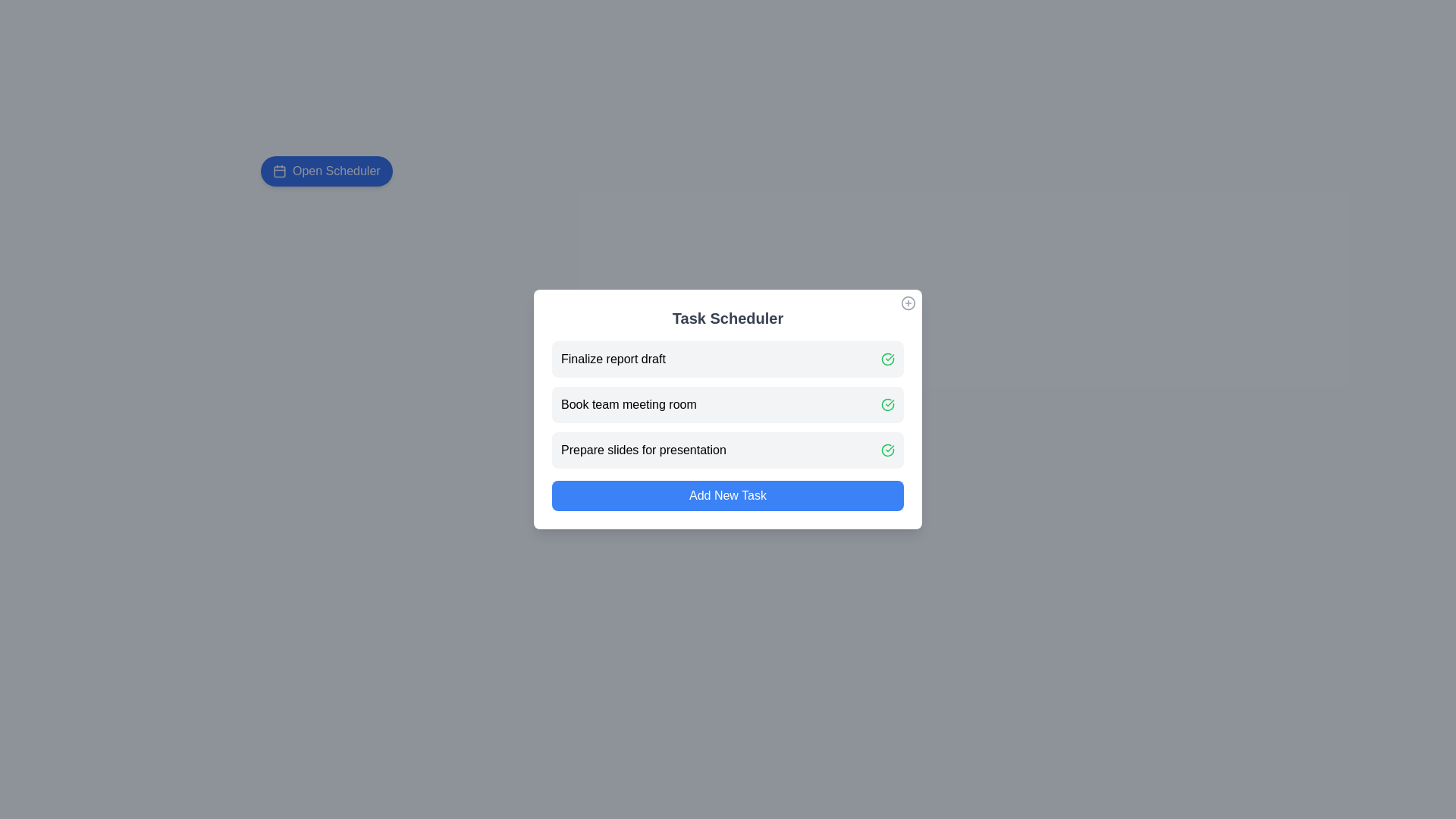 Image resolution: width=1456 pixels, height=819 pixels. What do you see at coordinates (644, 450) in the screenshot?
I see `the text label displaying 'Prepare slides for presentation'` at bounding box center [644, 450].